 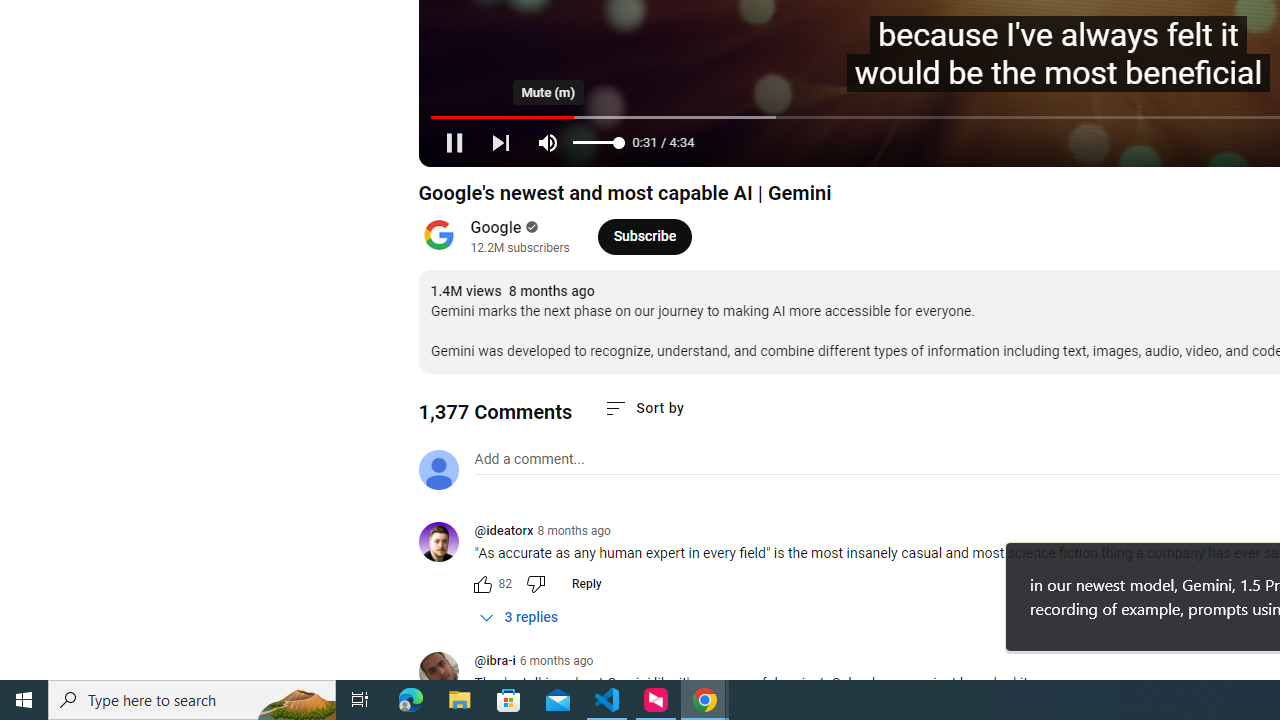 What do you see at coordinates (530, 226) in the screenshot?
I see `'Verified'` at bounding box center [530, 226].